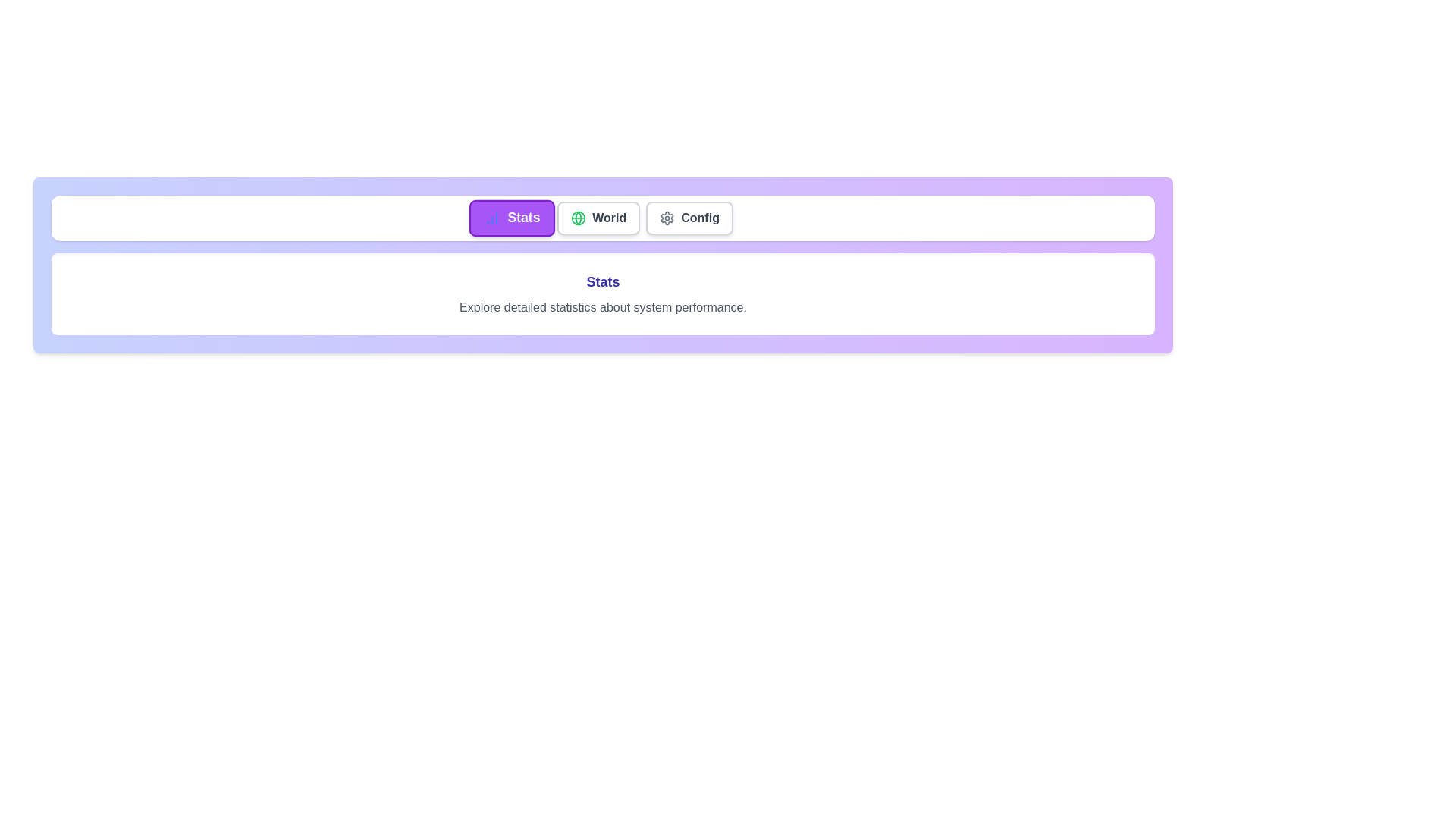  Describe the element at coordinates (688, 218) in the screenshot. I see `the tab labeled Config` at that location.